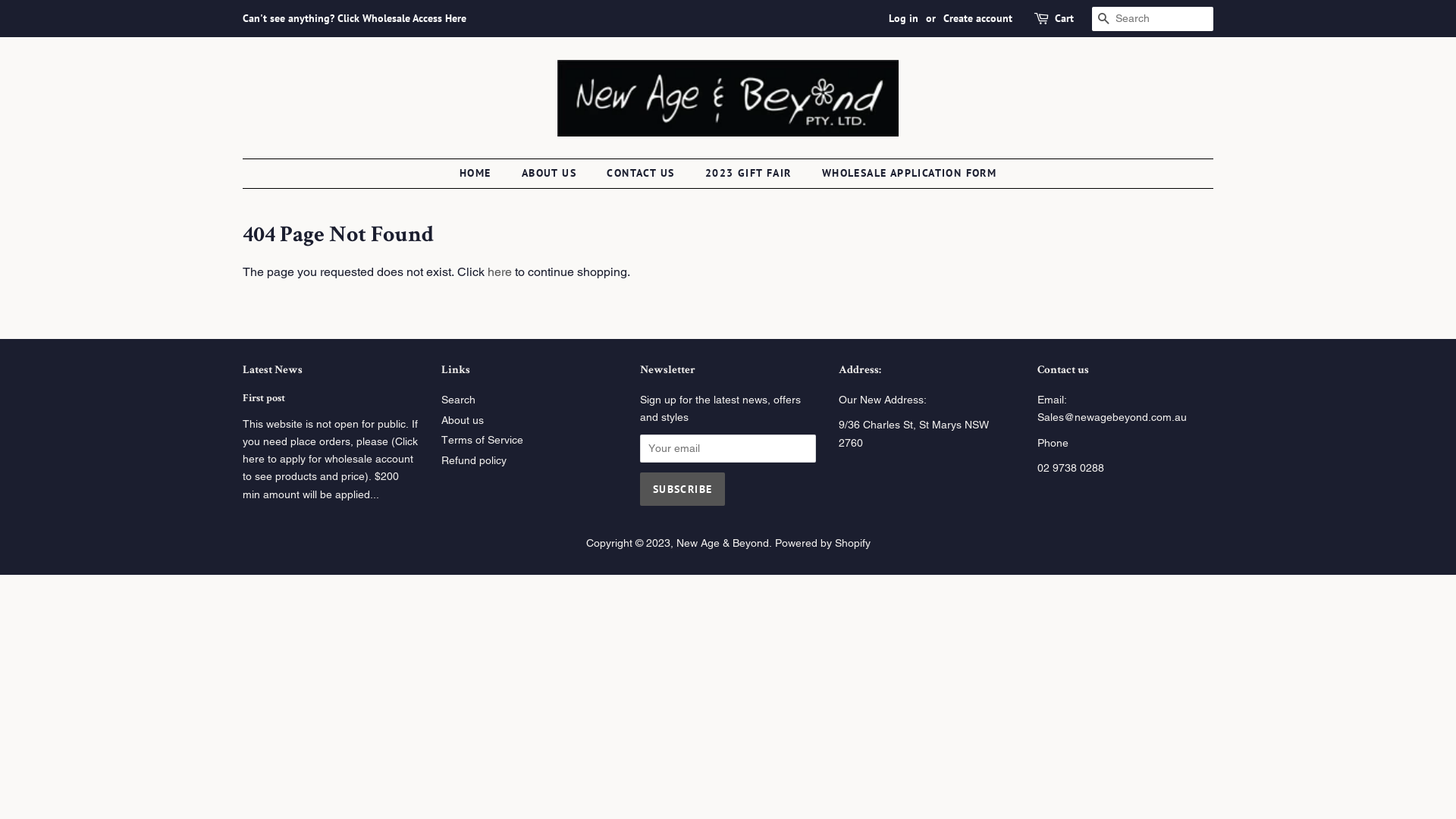  What do you see at coordinates (821, 542) in the screenshot?
I see `'Powered by Shopify'` at bounding box center [821, 542].